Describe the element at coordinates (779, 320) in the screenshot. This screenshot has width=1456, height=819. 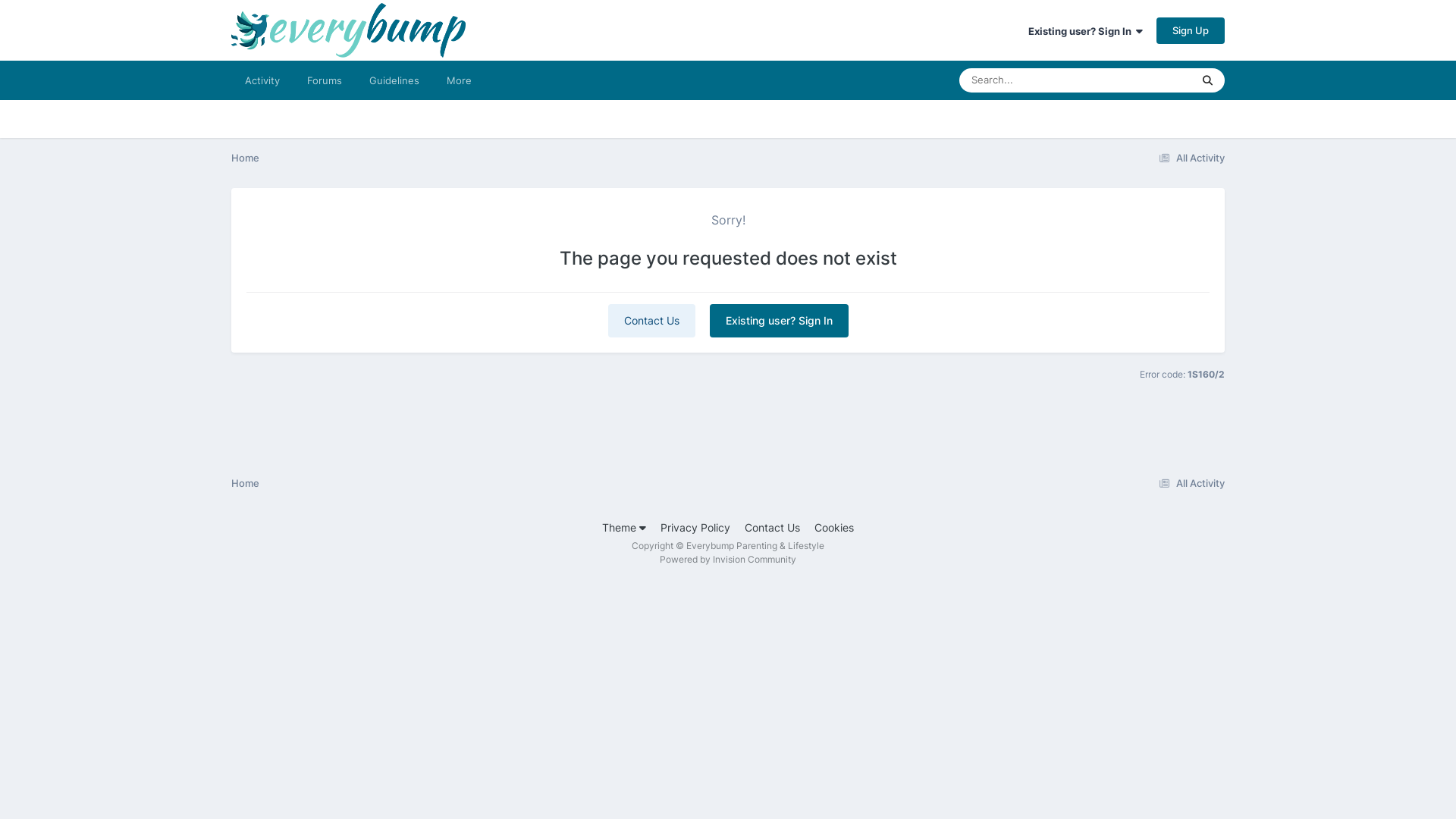
I see `'Existing user? Sign In'` at that location.